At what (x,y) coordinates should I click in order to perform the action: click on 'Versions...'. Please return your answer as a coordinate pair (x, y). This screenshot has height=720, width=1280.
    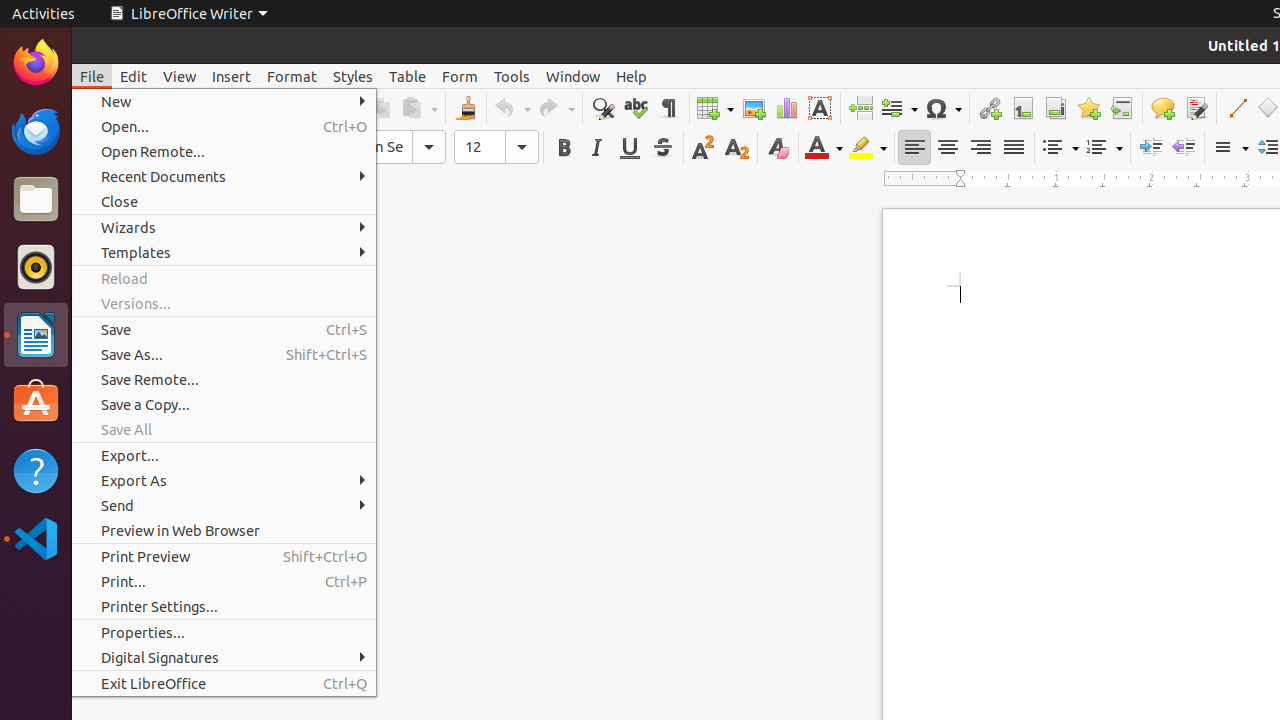
    Looking at the image, I should click on (224, 303).